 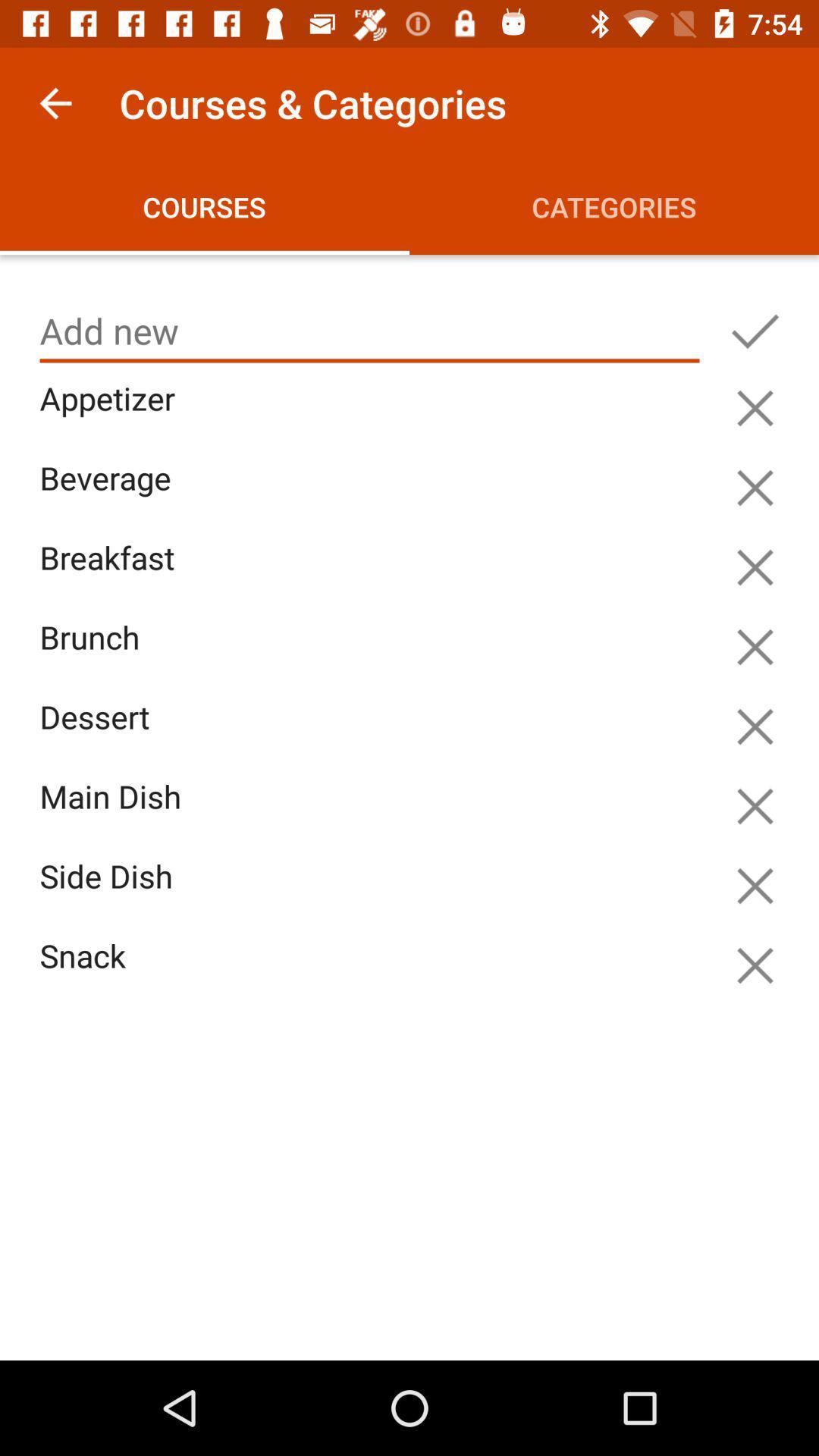 I want to click on remove side dish option, so click(x=755, y=886).